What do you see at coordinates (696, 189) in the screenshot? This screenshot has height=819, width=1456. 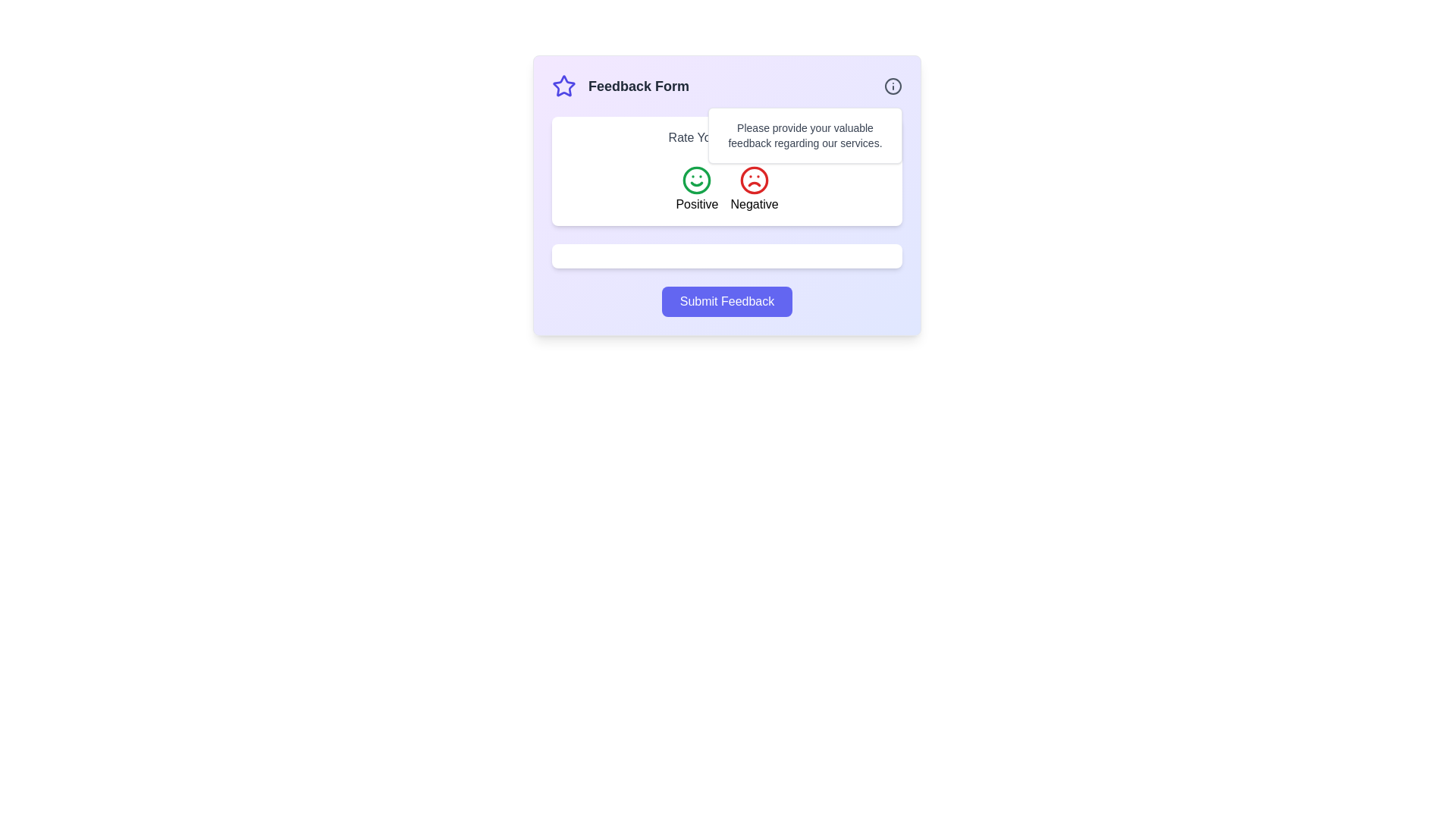 I see `the positive feedback button located in the feedback form interface` at bounding box center [696, 189].